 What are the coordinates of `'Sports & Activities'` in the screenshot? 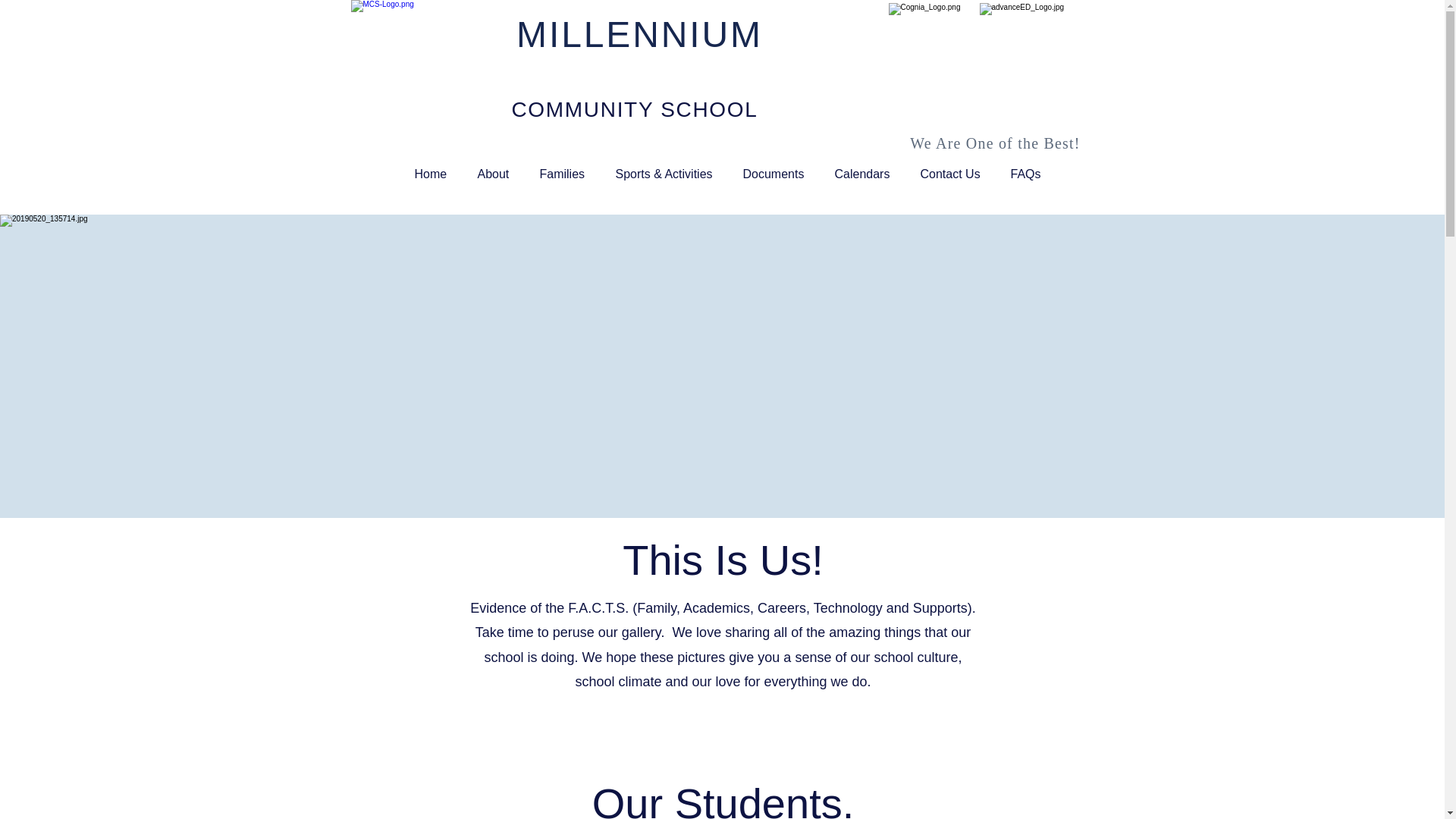 It's located at (600, 174).